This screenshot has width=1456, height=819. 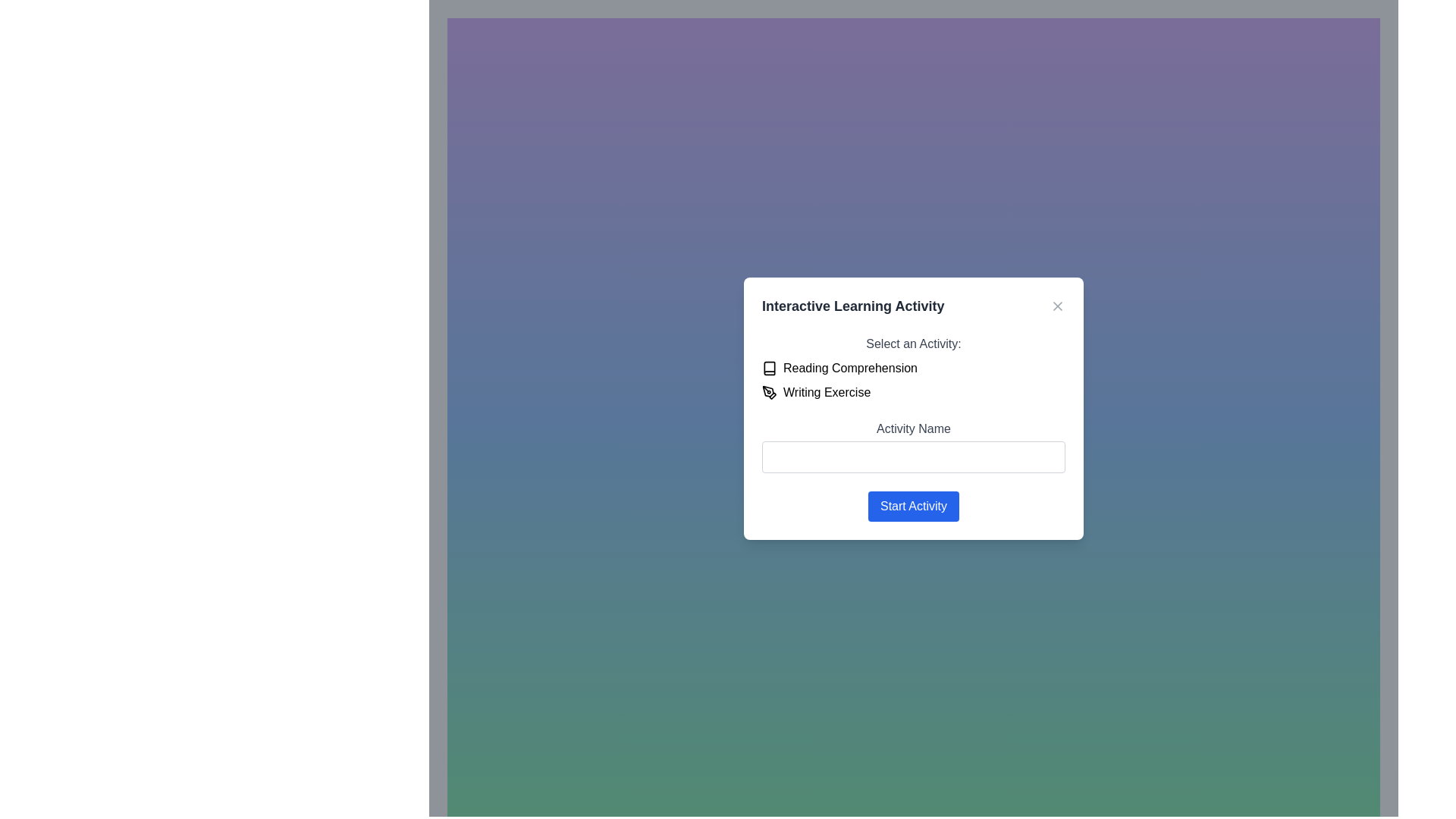 I want to click on the close button located at the top-right corner of the 'Interactive Learning Activity' modal, so click(x=1057, y=306).